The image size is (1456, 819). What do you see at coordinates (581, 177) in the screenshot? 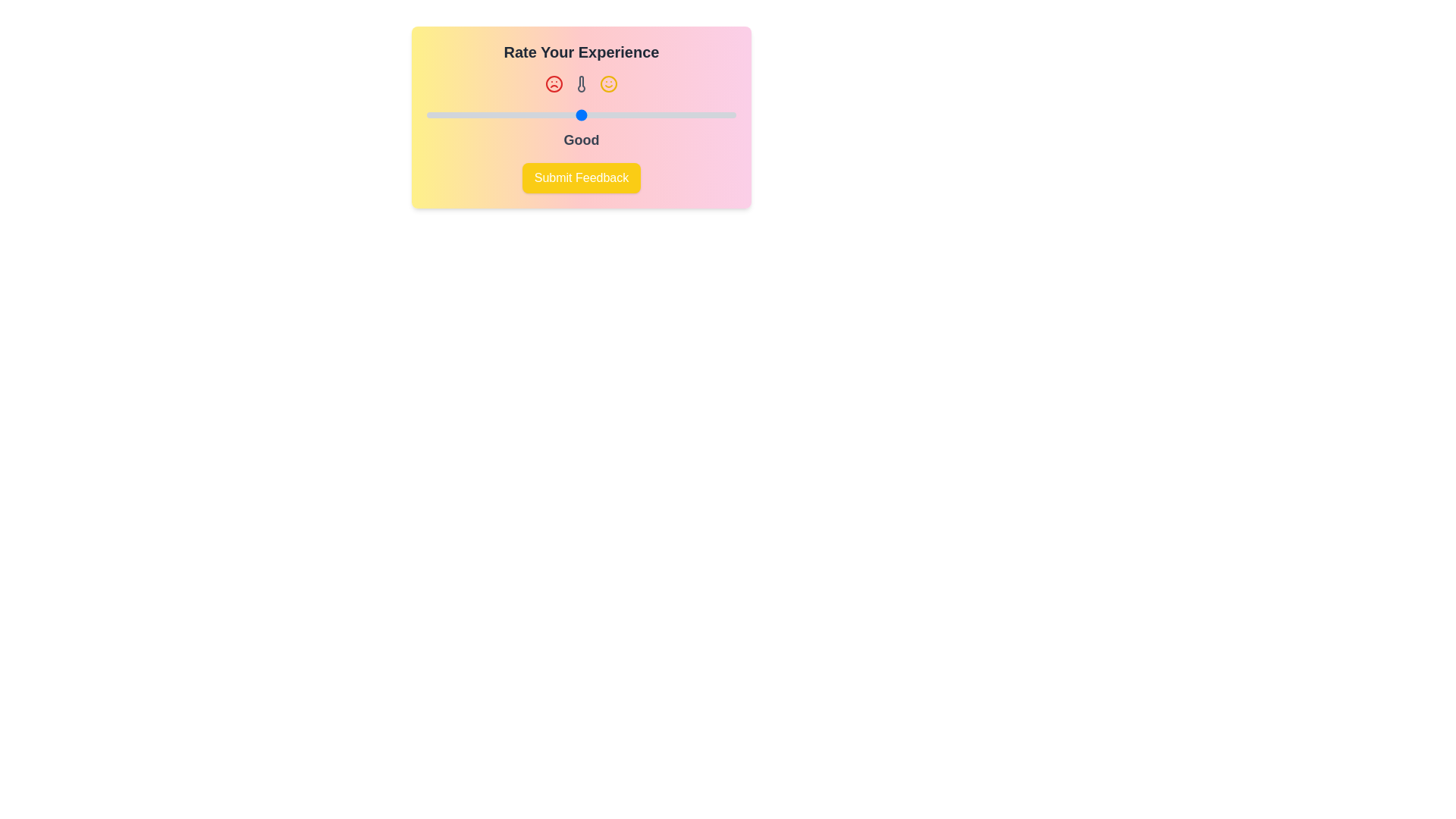
I see `the 'Submit Feedback' button` at bounding box center [581, 177].